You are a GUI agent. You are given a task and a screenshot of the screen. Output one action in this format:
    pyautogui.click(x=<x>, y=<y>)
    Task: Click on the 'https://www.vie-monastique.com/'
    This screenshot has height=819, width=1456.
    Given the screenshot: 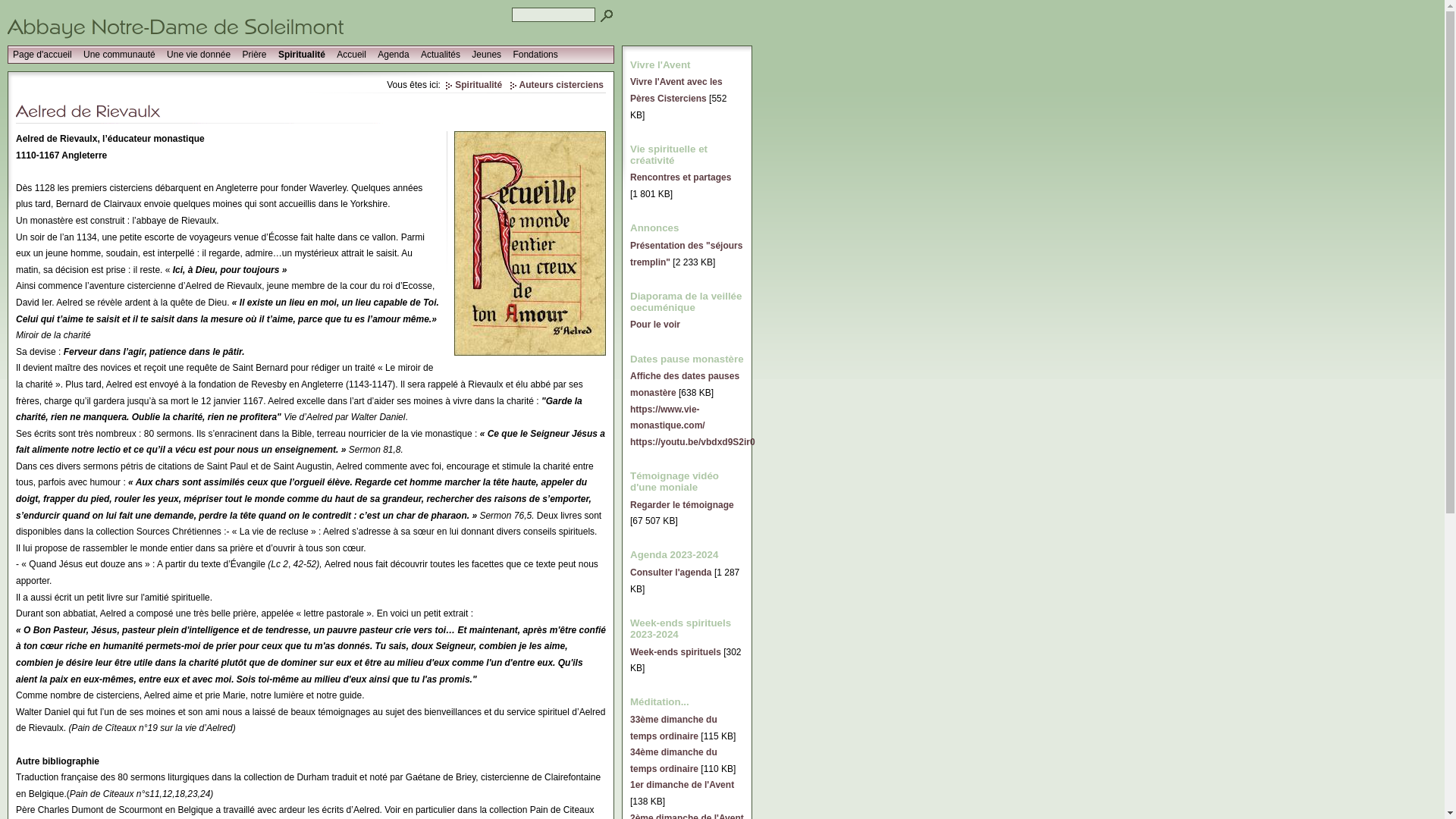 What is the action you would take?
    pyautogui.click(x=667, y=417)
    